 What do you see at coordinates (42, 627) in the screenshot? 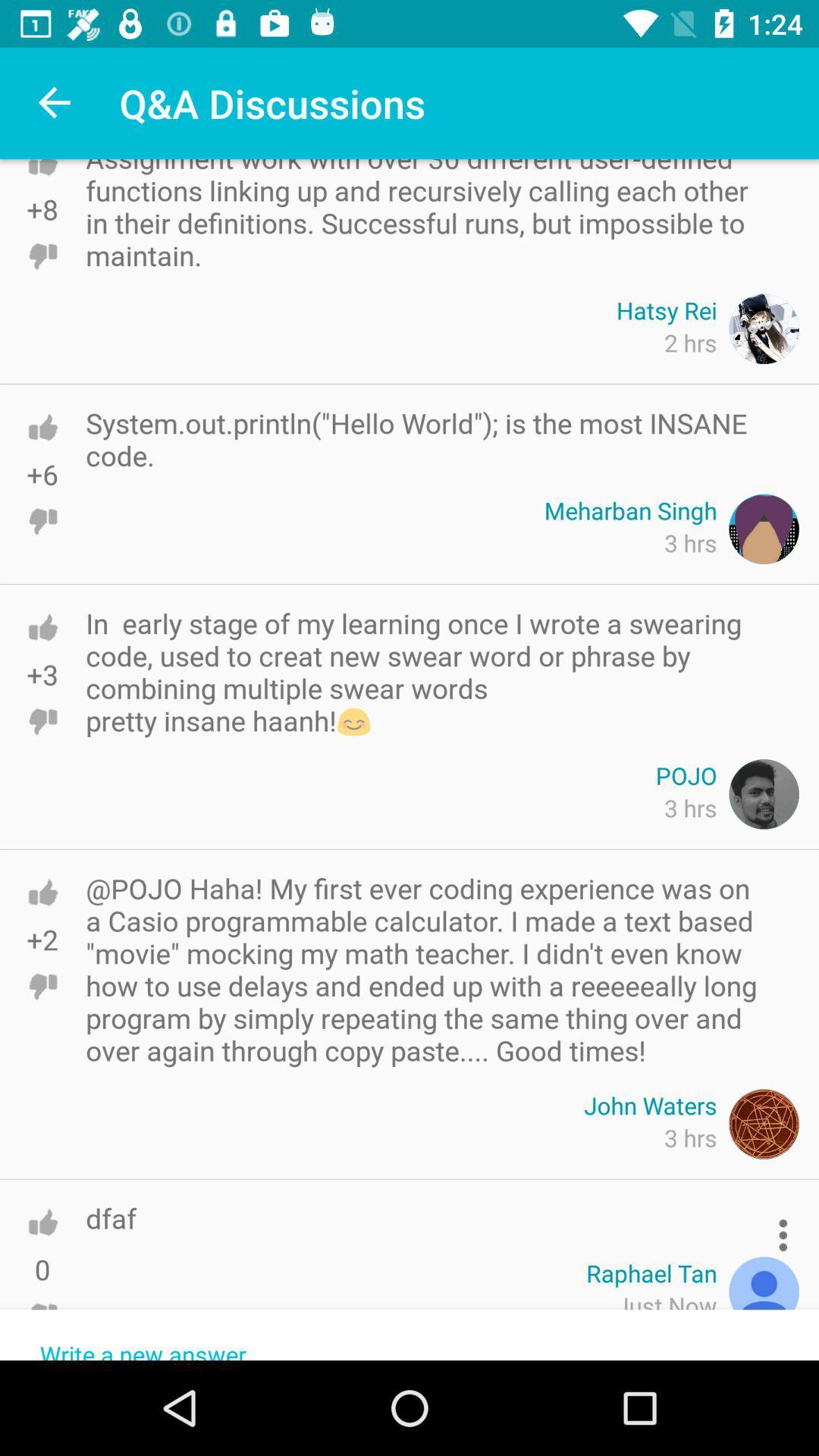
I see `upvote the comment` at bounding box center [42, 627].